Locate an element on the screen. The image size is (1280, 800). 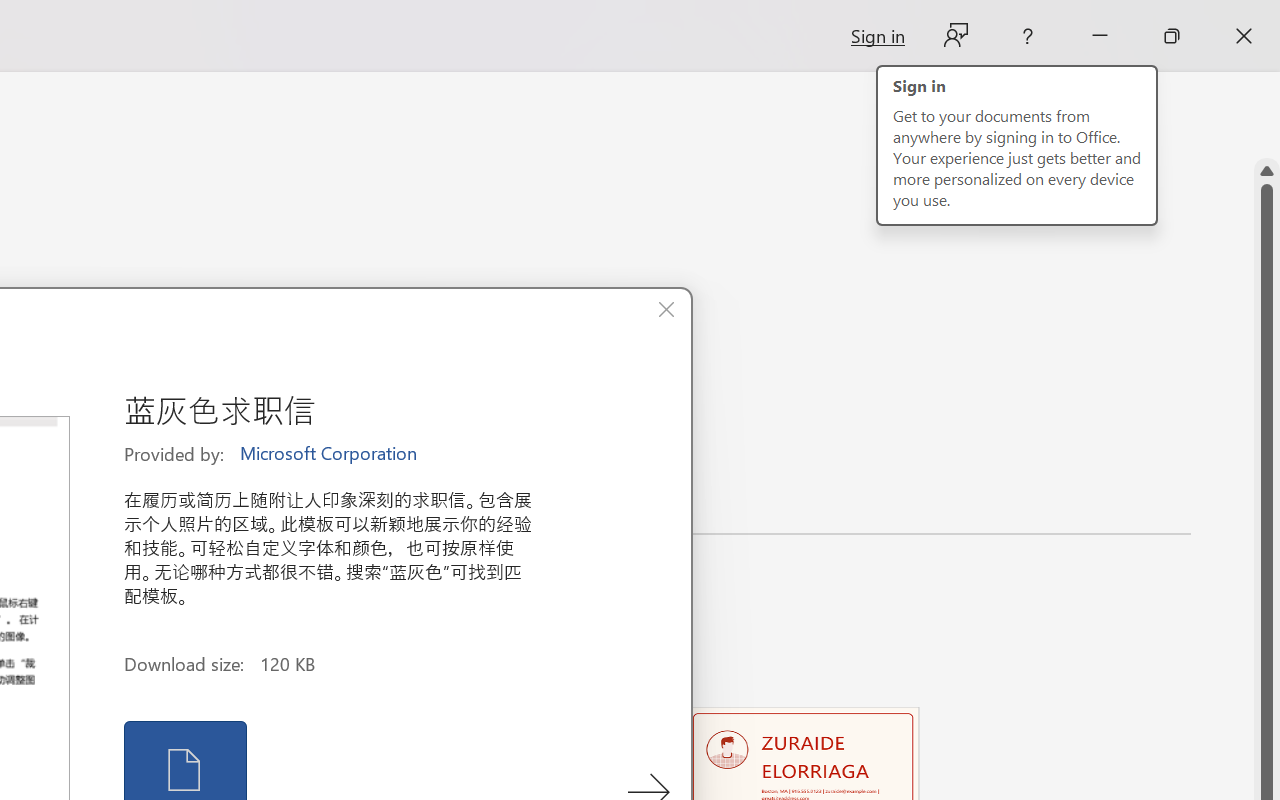
'Line up' is located at coordinates (1266, 170).